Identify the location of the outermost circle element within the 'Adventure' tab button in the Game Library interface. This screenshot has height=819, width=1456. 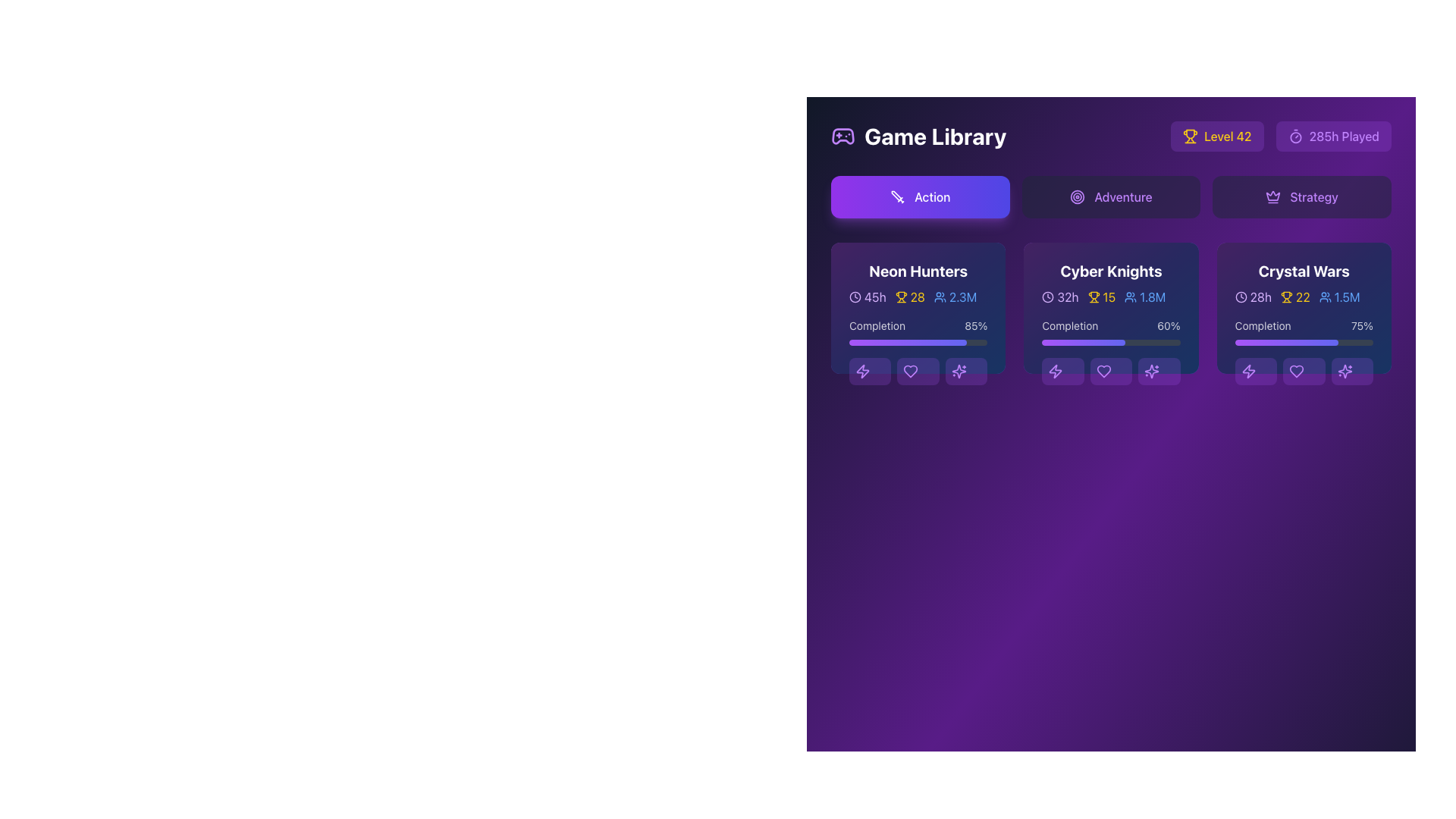
(1077, 196).